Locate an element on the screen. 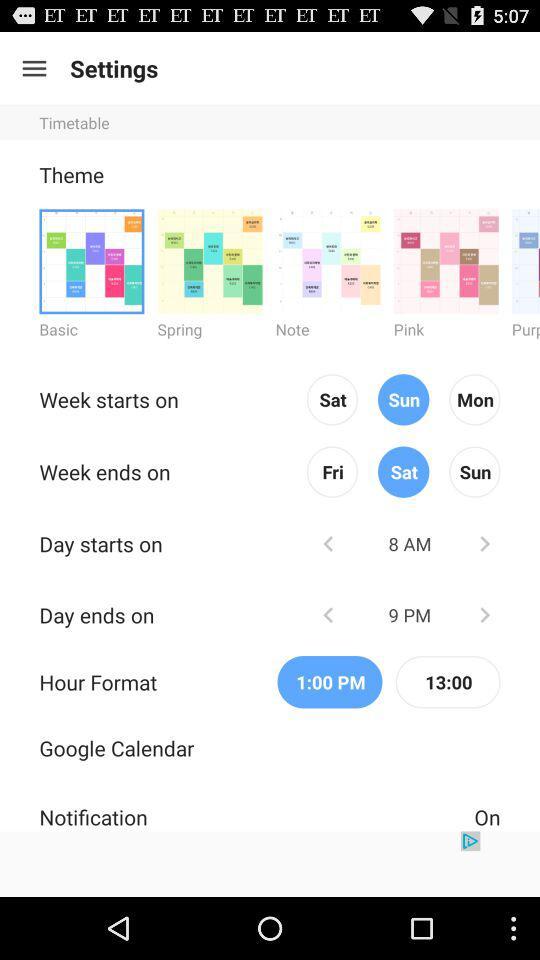 This screenshot has height=960, width=540. go back is located at coordinates (328, 543).